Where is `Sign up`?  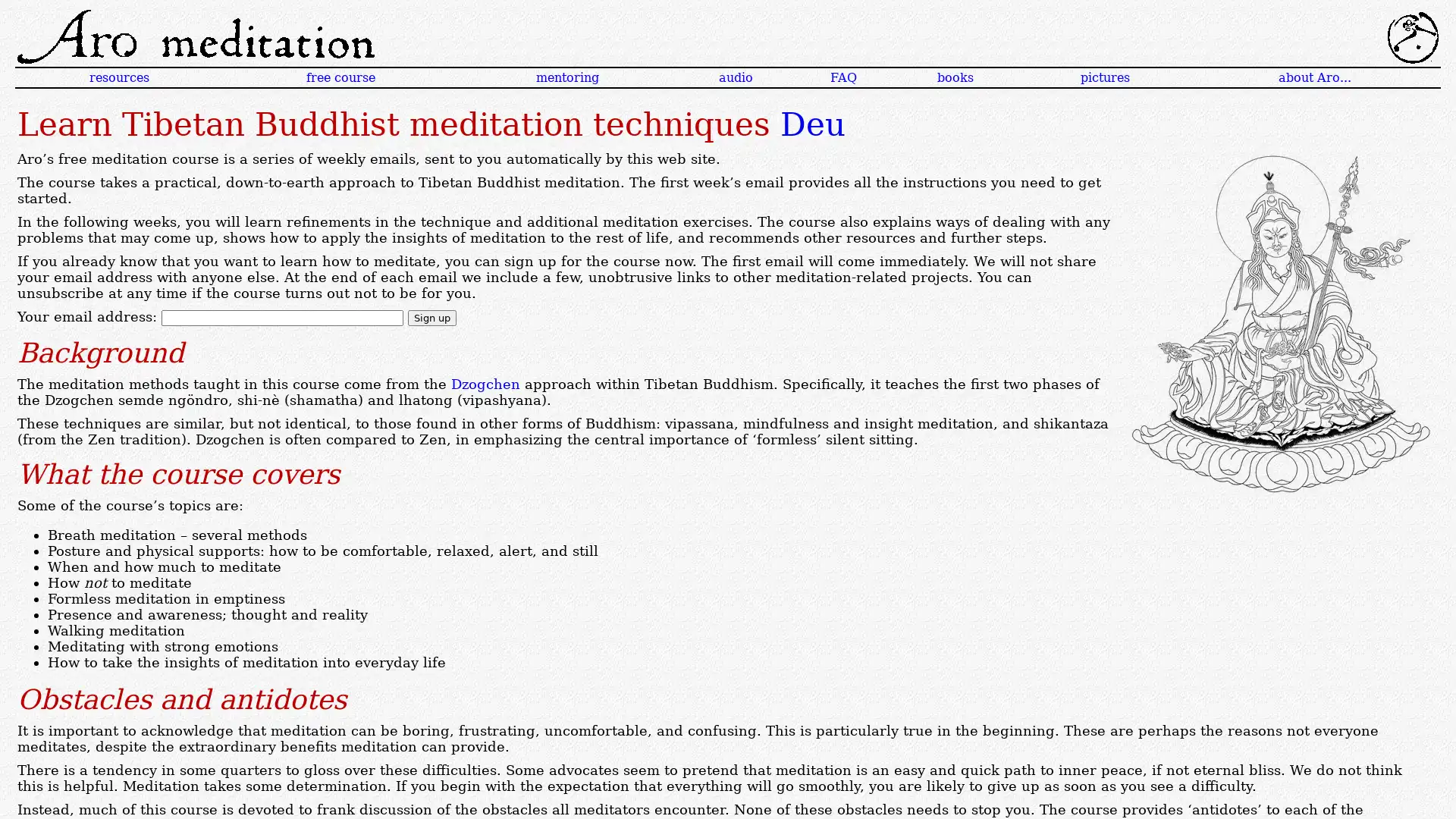
Sign up is located at coordinates (431, 317).